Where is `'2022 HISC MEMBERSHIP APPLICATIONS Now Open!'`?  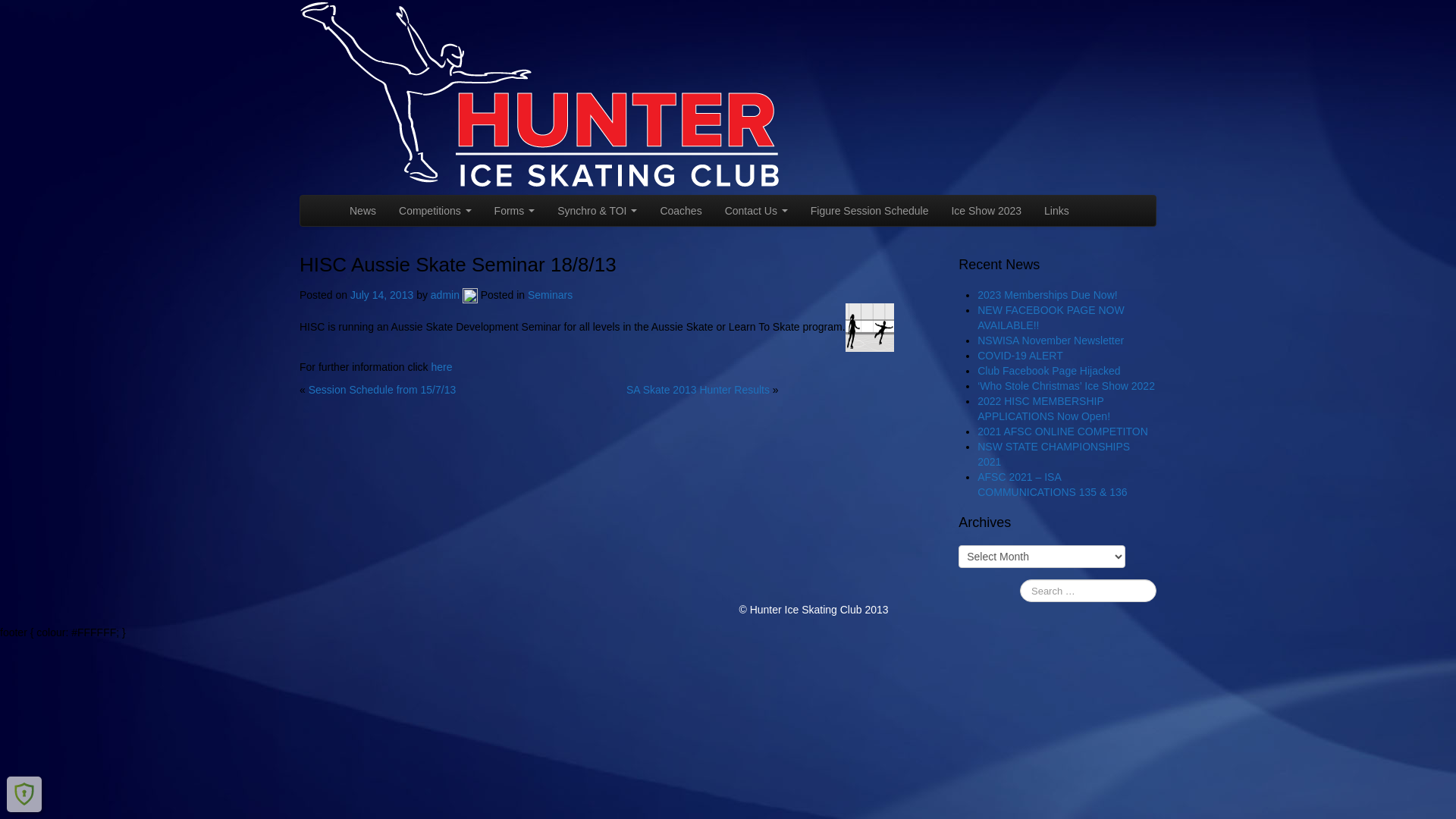 '2022 HISC MEMBERSHIP APPLICATIONS Now Open!' is located at coordinates (977, 408).